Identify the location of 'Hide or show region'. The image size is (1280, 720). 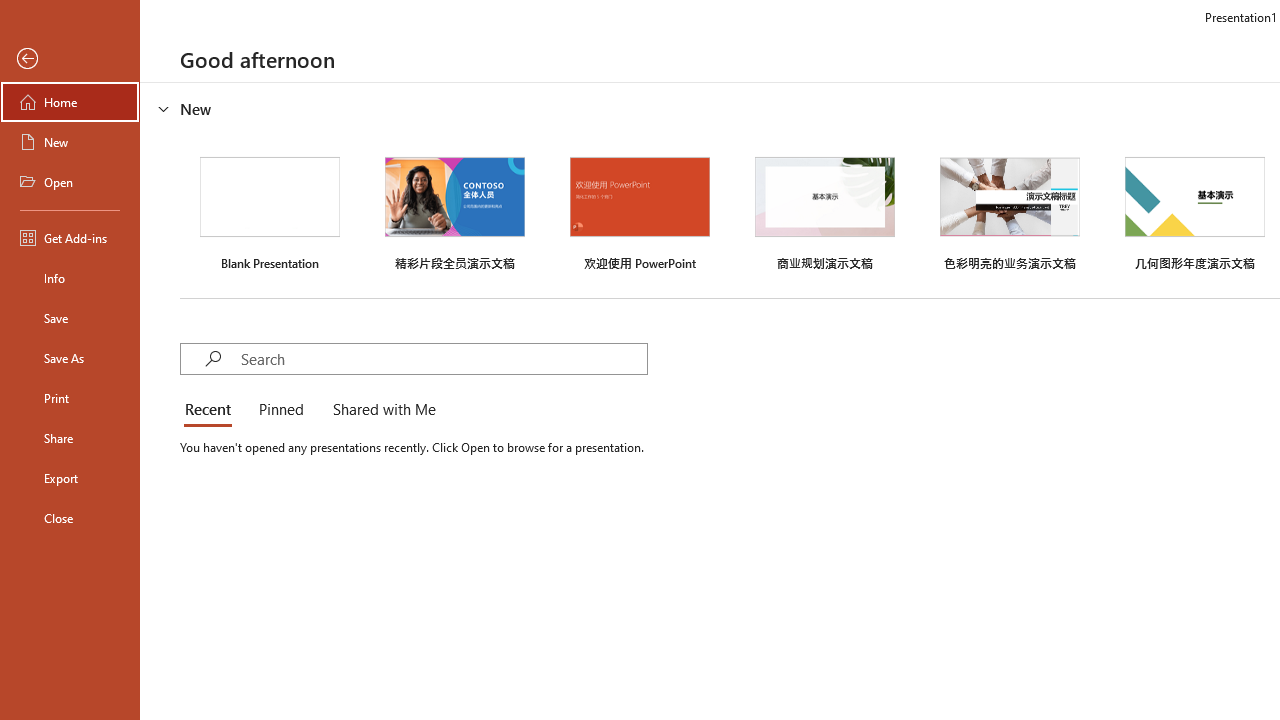
(164, 109).